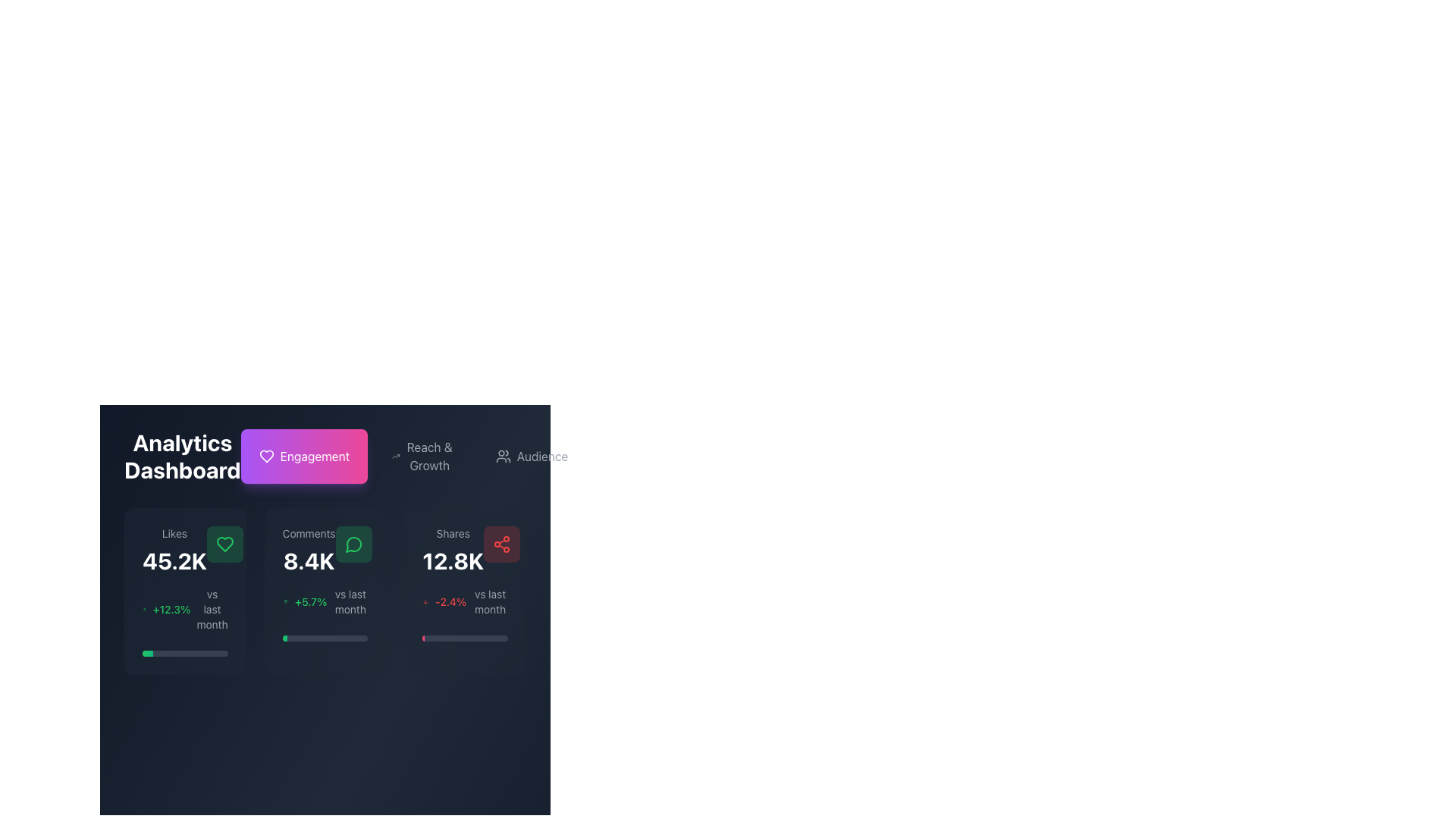 This screenshot has width=1456, height=819. What do you see at coordinates (464, 601) in the screenshot?
I see `the text and icon combination indicating a decrease of -2.4% in the 'Shares' metric, located in the lower section of the 'Shares' card` at bounding box center [464, 601].